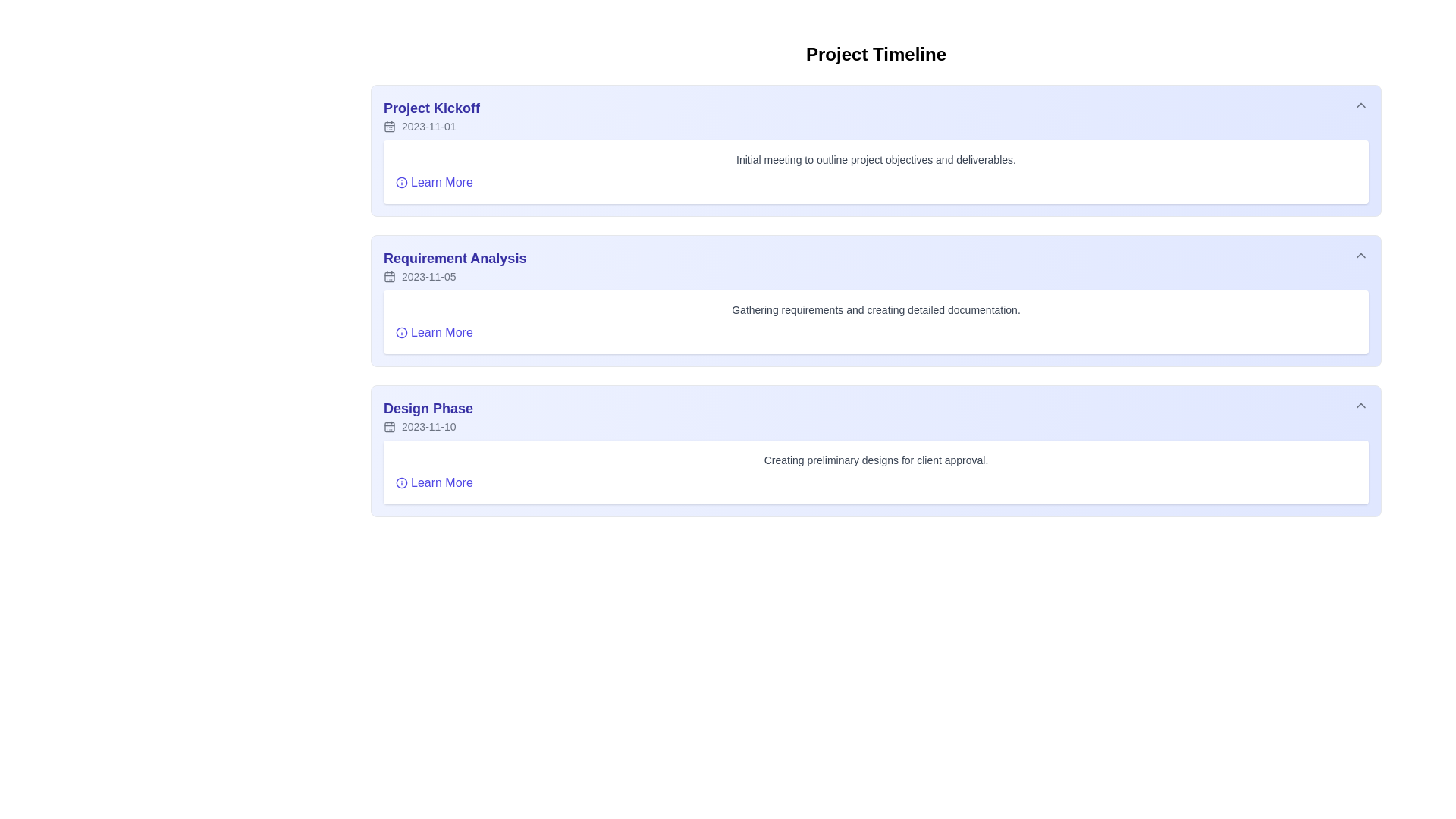  What do you see at coordinates (401, 181) in the screenshot?
I see `the circular icon element that is part of the informational button or indicator located near the top-left corner of the second row, preceding the 'Learn More' link for the 'Requirement Analysis' section` at bounding box center [401, 181].